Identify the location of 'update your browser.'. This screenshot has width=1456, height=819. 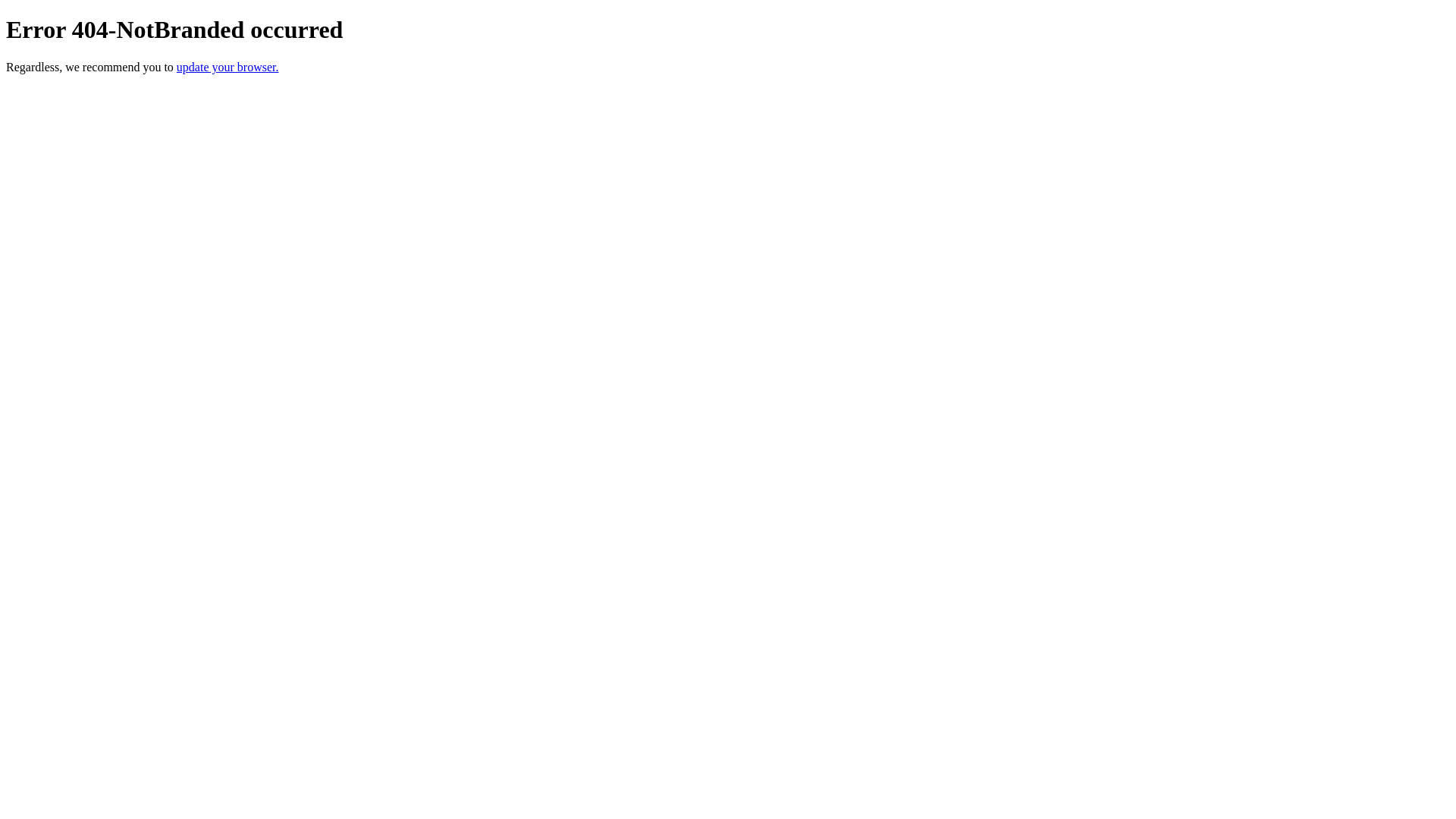
(177, 66).